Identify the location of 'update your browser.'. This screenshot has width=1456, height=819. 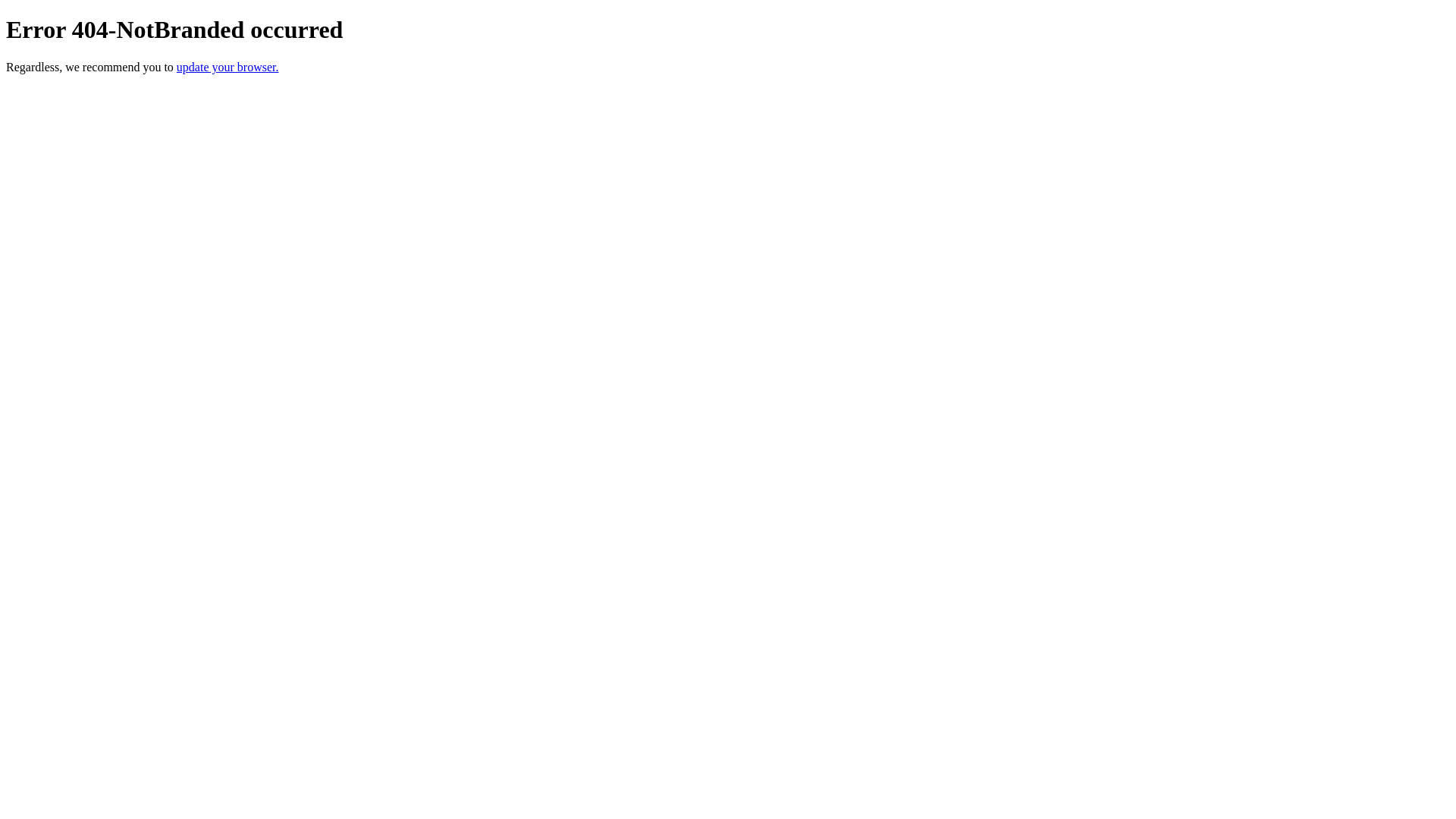
(177, 66).